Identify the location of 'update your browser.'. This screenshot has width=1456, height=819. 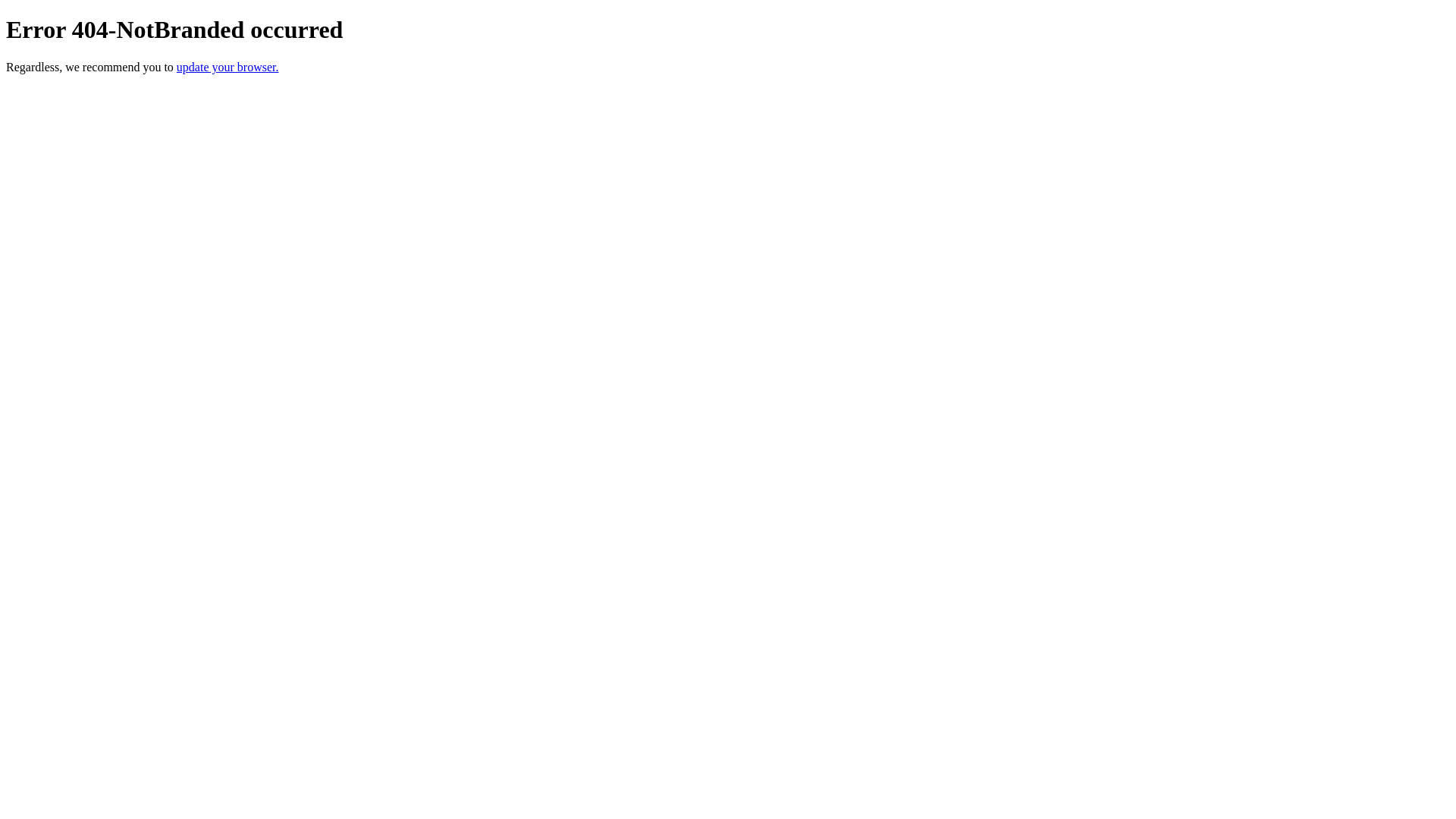
(177, 66).